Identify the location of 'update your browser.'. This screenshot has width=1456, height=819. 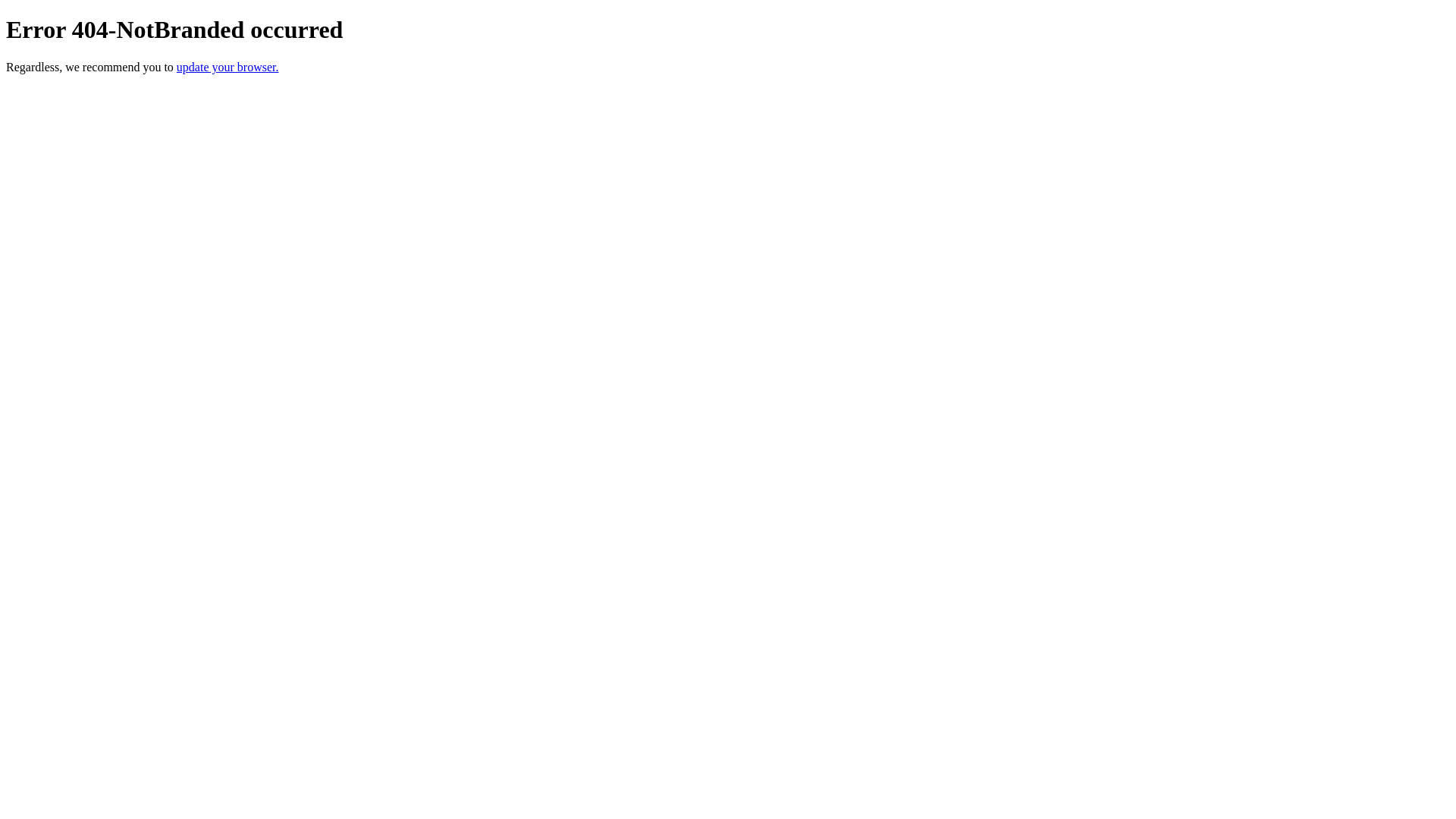
(177, 66).